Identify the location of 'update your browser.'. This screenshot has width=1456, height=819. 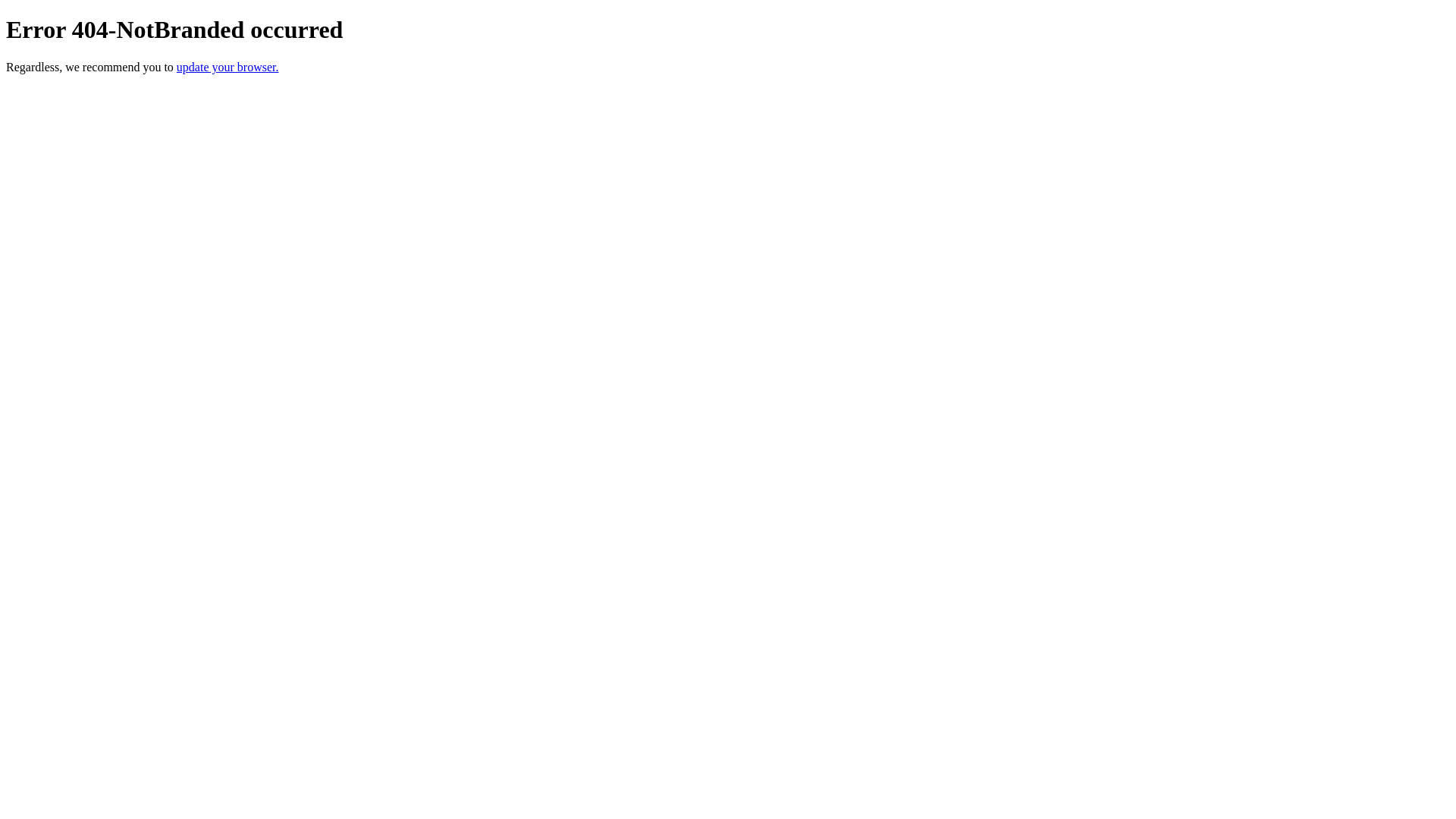
(177, 66).